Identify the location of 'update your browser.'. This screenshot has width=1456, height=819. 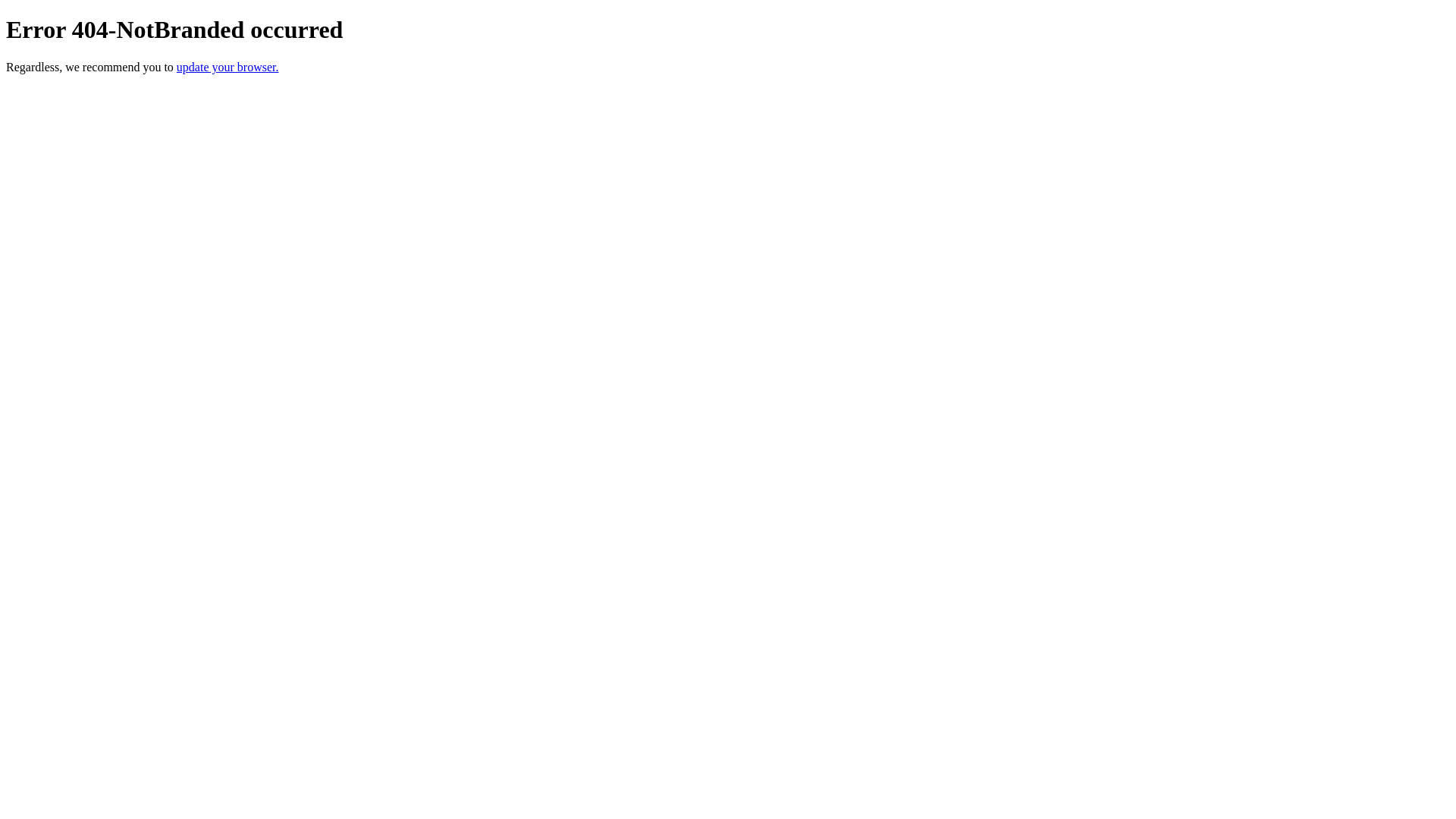
(177, 66).